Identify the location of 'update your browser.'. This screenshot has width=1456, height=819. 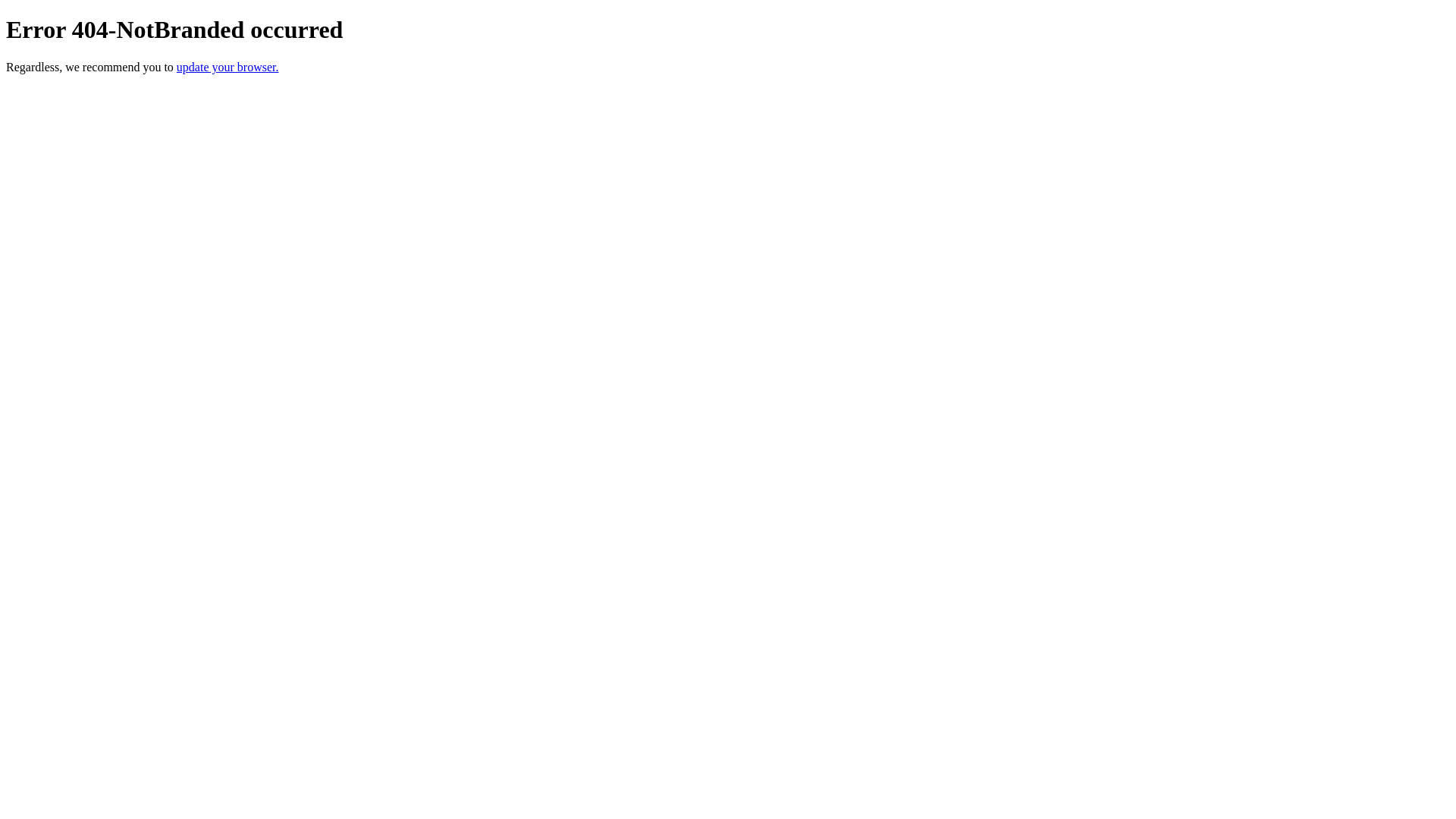
(177, 66).